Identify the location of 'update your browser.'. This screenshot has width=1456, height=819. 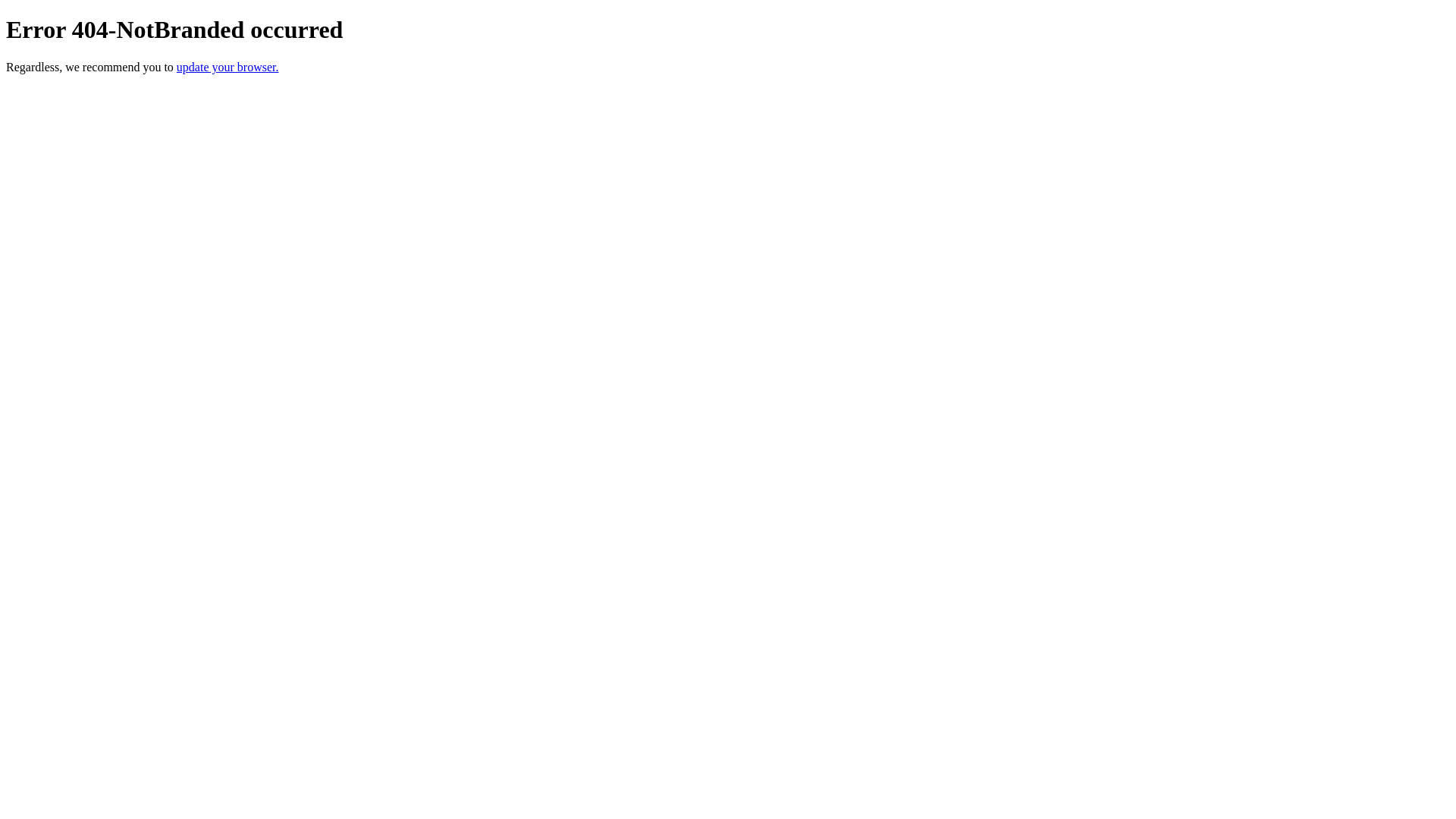
(177, 66).